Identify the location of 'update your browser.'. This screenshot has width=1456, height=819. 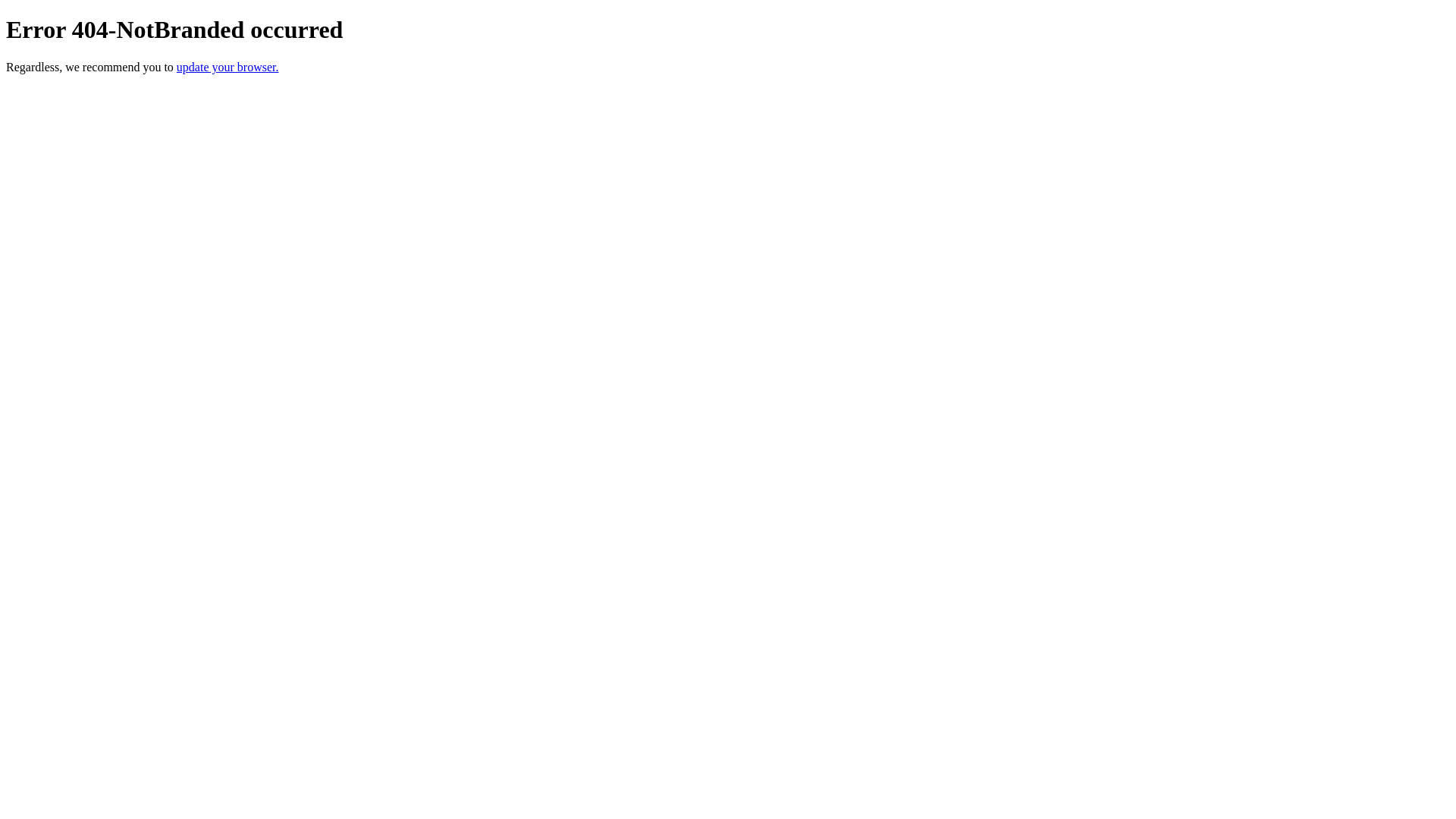
(177, 66).